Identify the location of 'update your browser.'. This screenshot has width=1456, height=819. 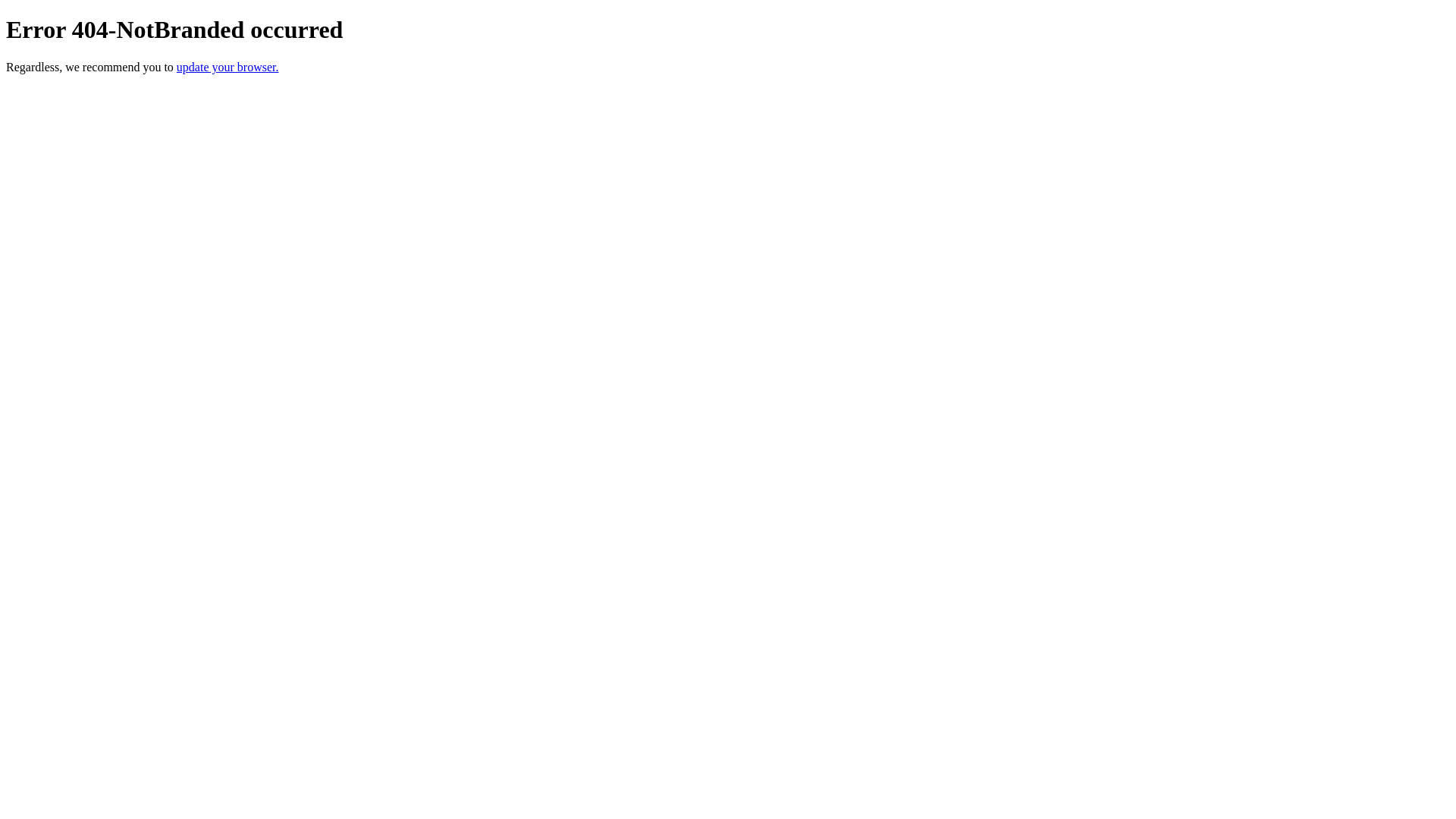
(177, 66).